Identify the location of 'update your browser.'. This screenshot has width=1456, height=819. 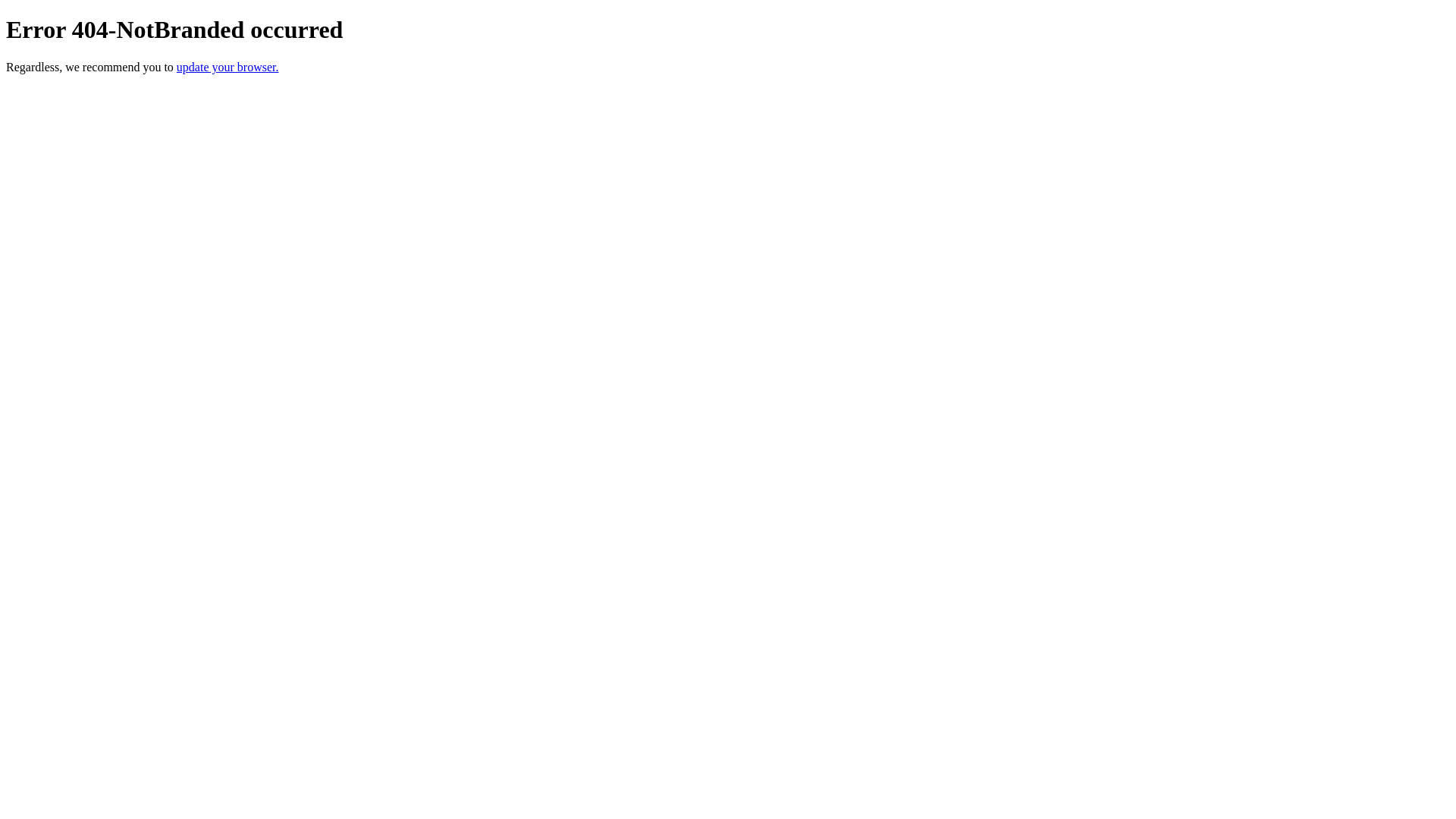
(177, 66).